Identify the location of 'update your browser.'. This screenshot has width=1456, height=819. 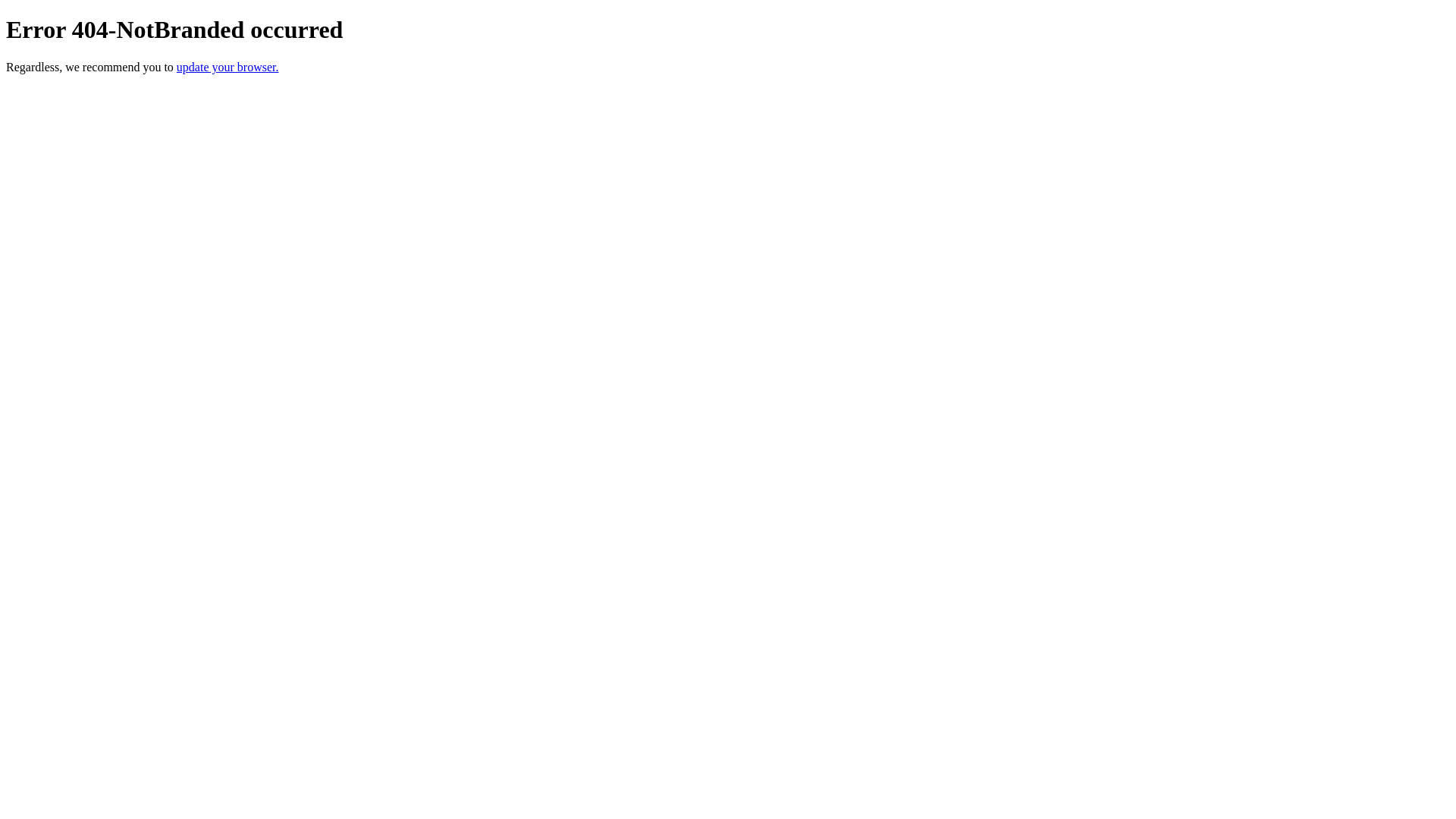
(177, 66).